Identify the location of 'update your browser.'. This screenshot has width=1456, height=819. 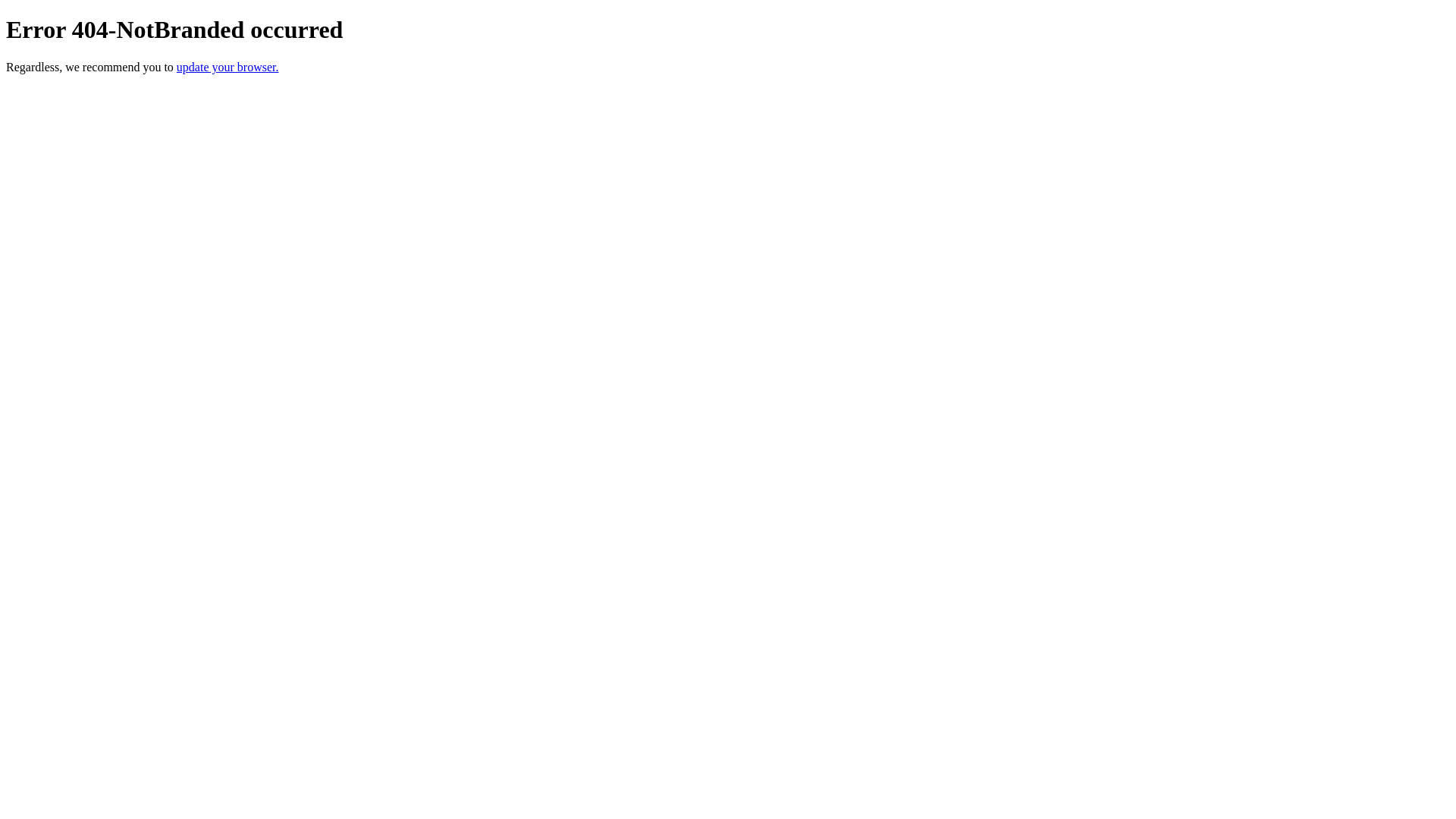
(177, 66).